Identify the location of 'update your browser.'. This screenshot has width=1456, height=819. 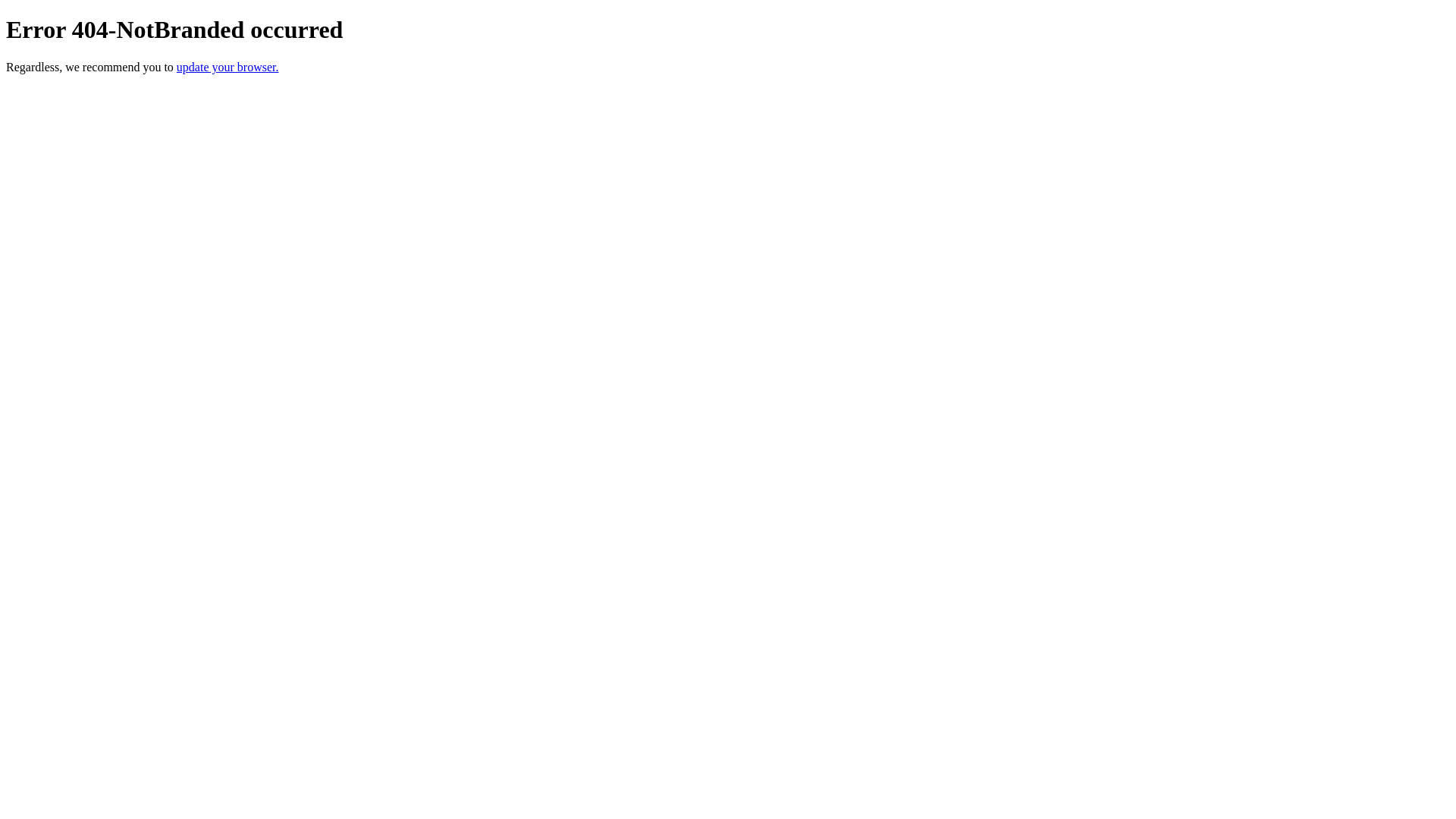
(177, 66).